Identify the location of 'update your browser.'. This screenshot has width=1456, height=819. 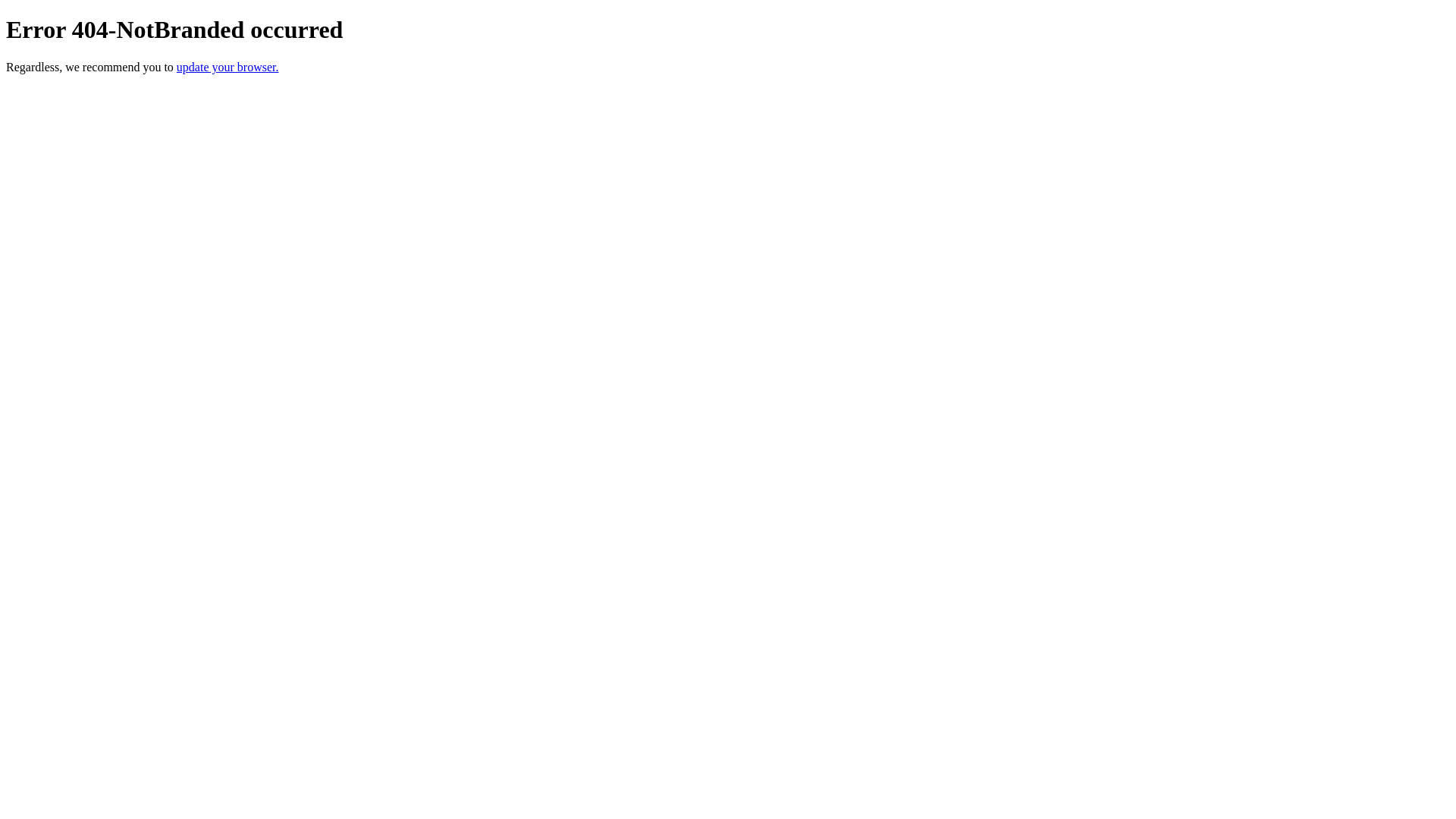
(177, 66).